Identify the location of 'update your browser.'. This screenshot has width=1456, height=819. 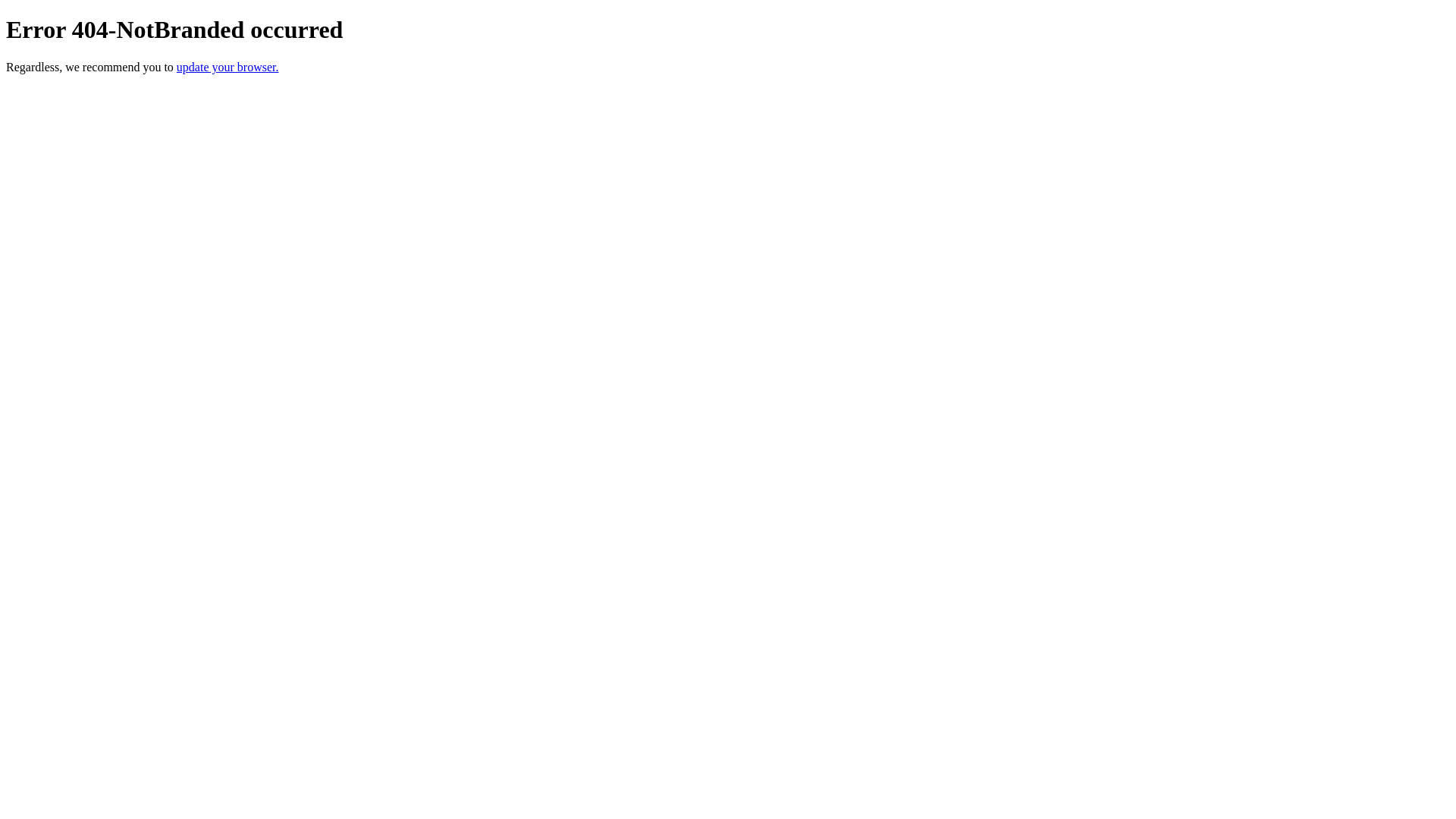
(177, 66).